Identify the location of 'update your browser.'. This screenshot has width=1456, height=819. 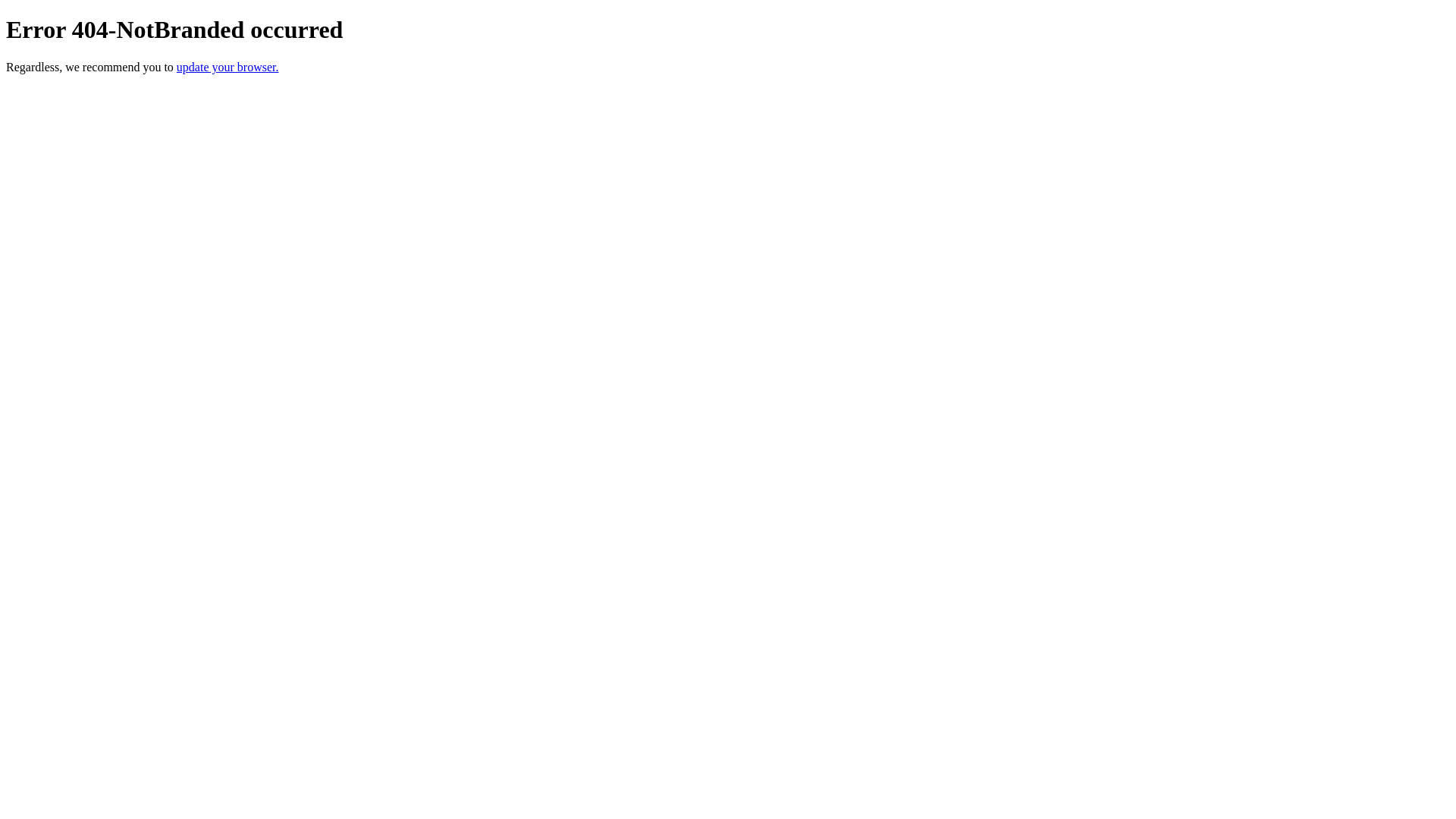
(177, 66).